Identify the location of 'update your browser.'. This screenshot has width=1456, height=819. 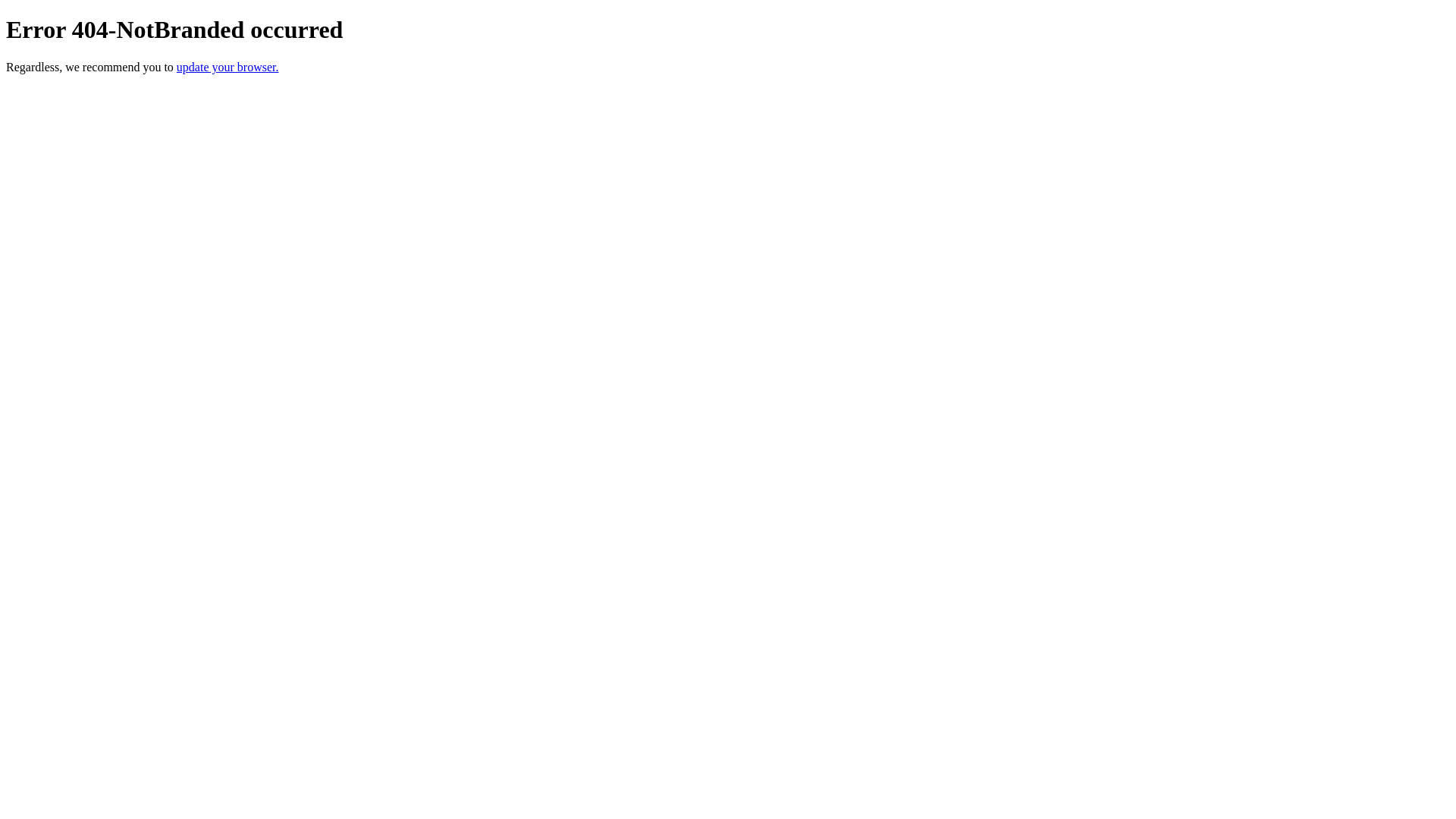
(177, 66).